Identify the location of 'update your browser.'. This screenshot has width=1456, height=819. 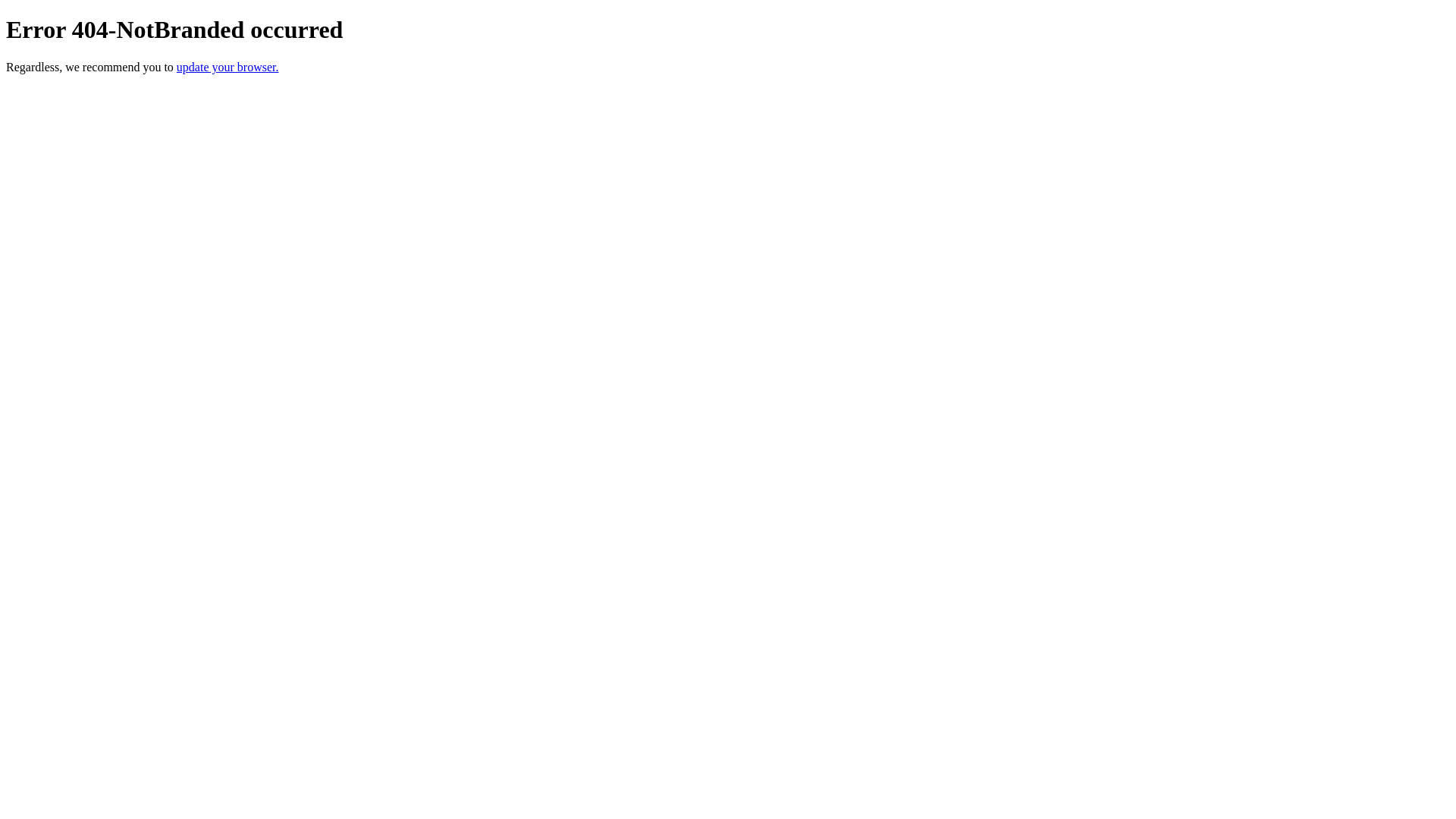
(177, 66).